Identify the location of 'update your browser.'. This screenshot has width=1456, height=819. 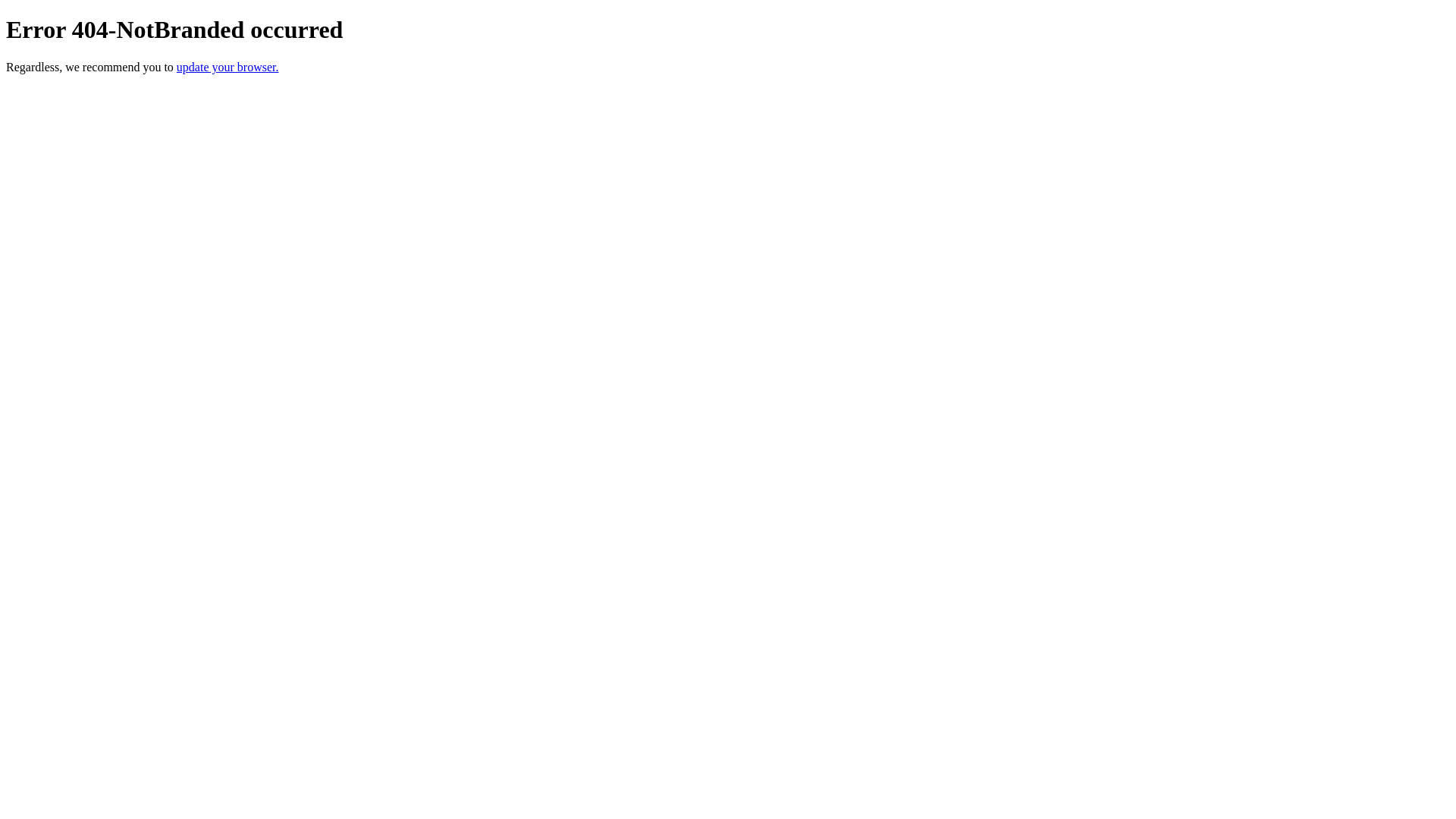
(177, 66).